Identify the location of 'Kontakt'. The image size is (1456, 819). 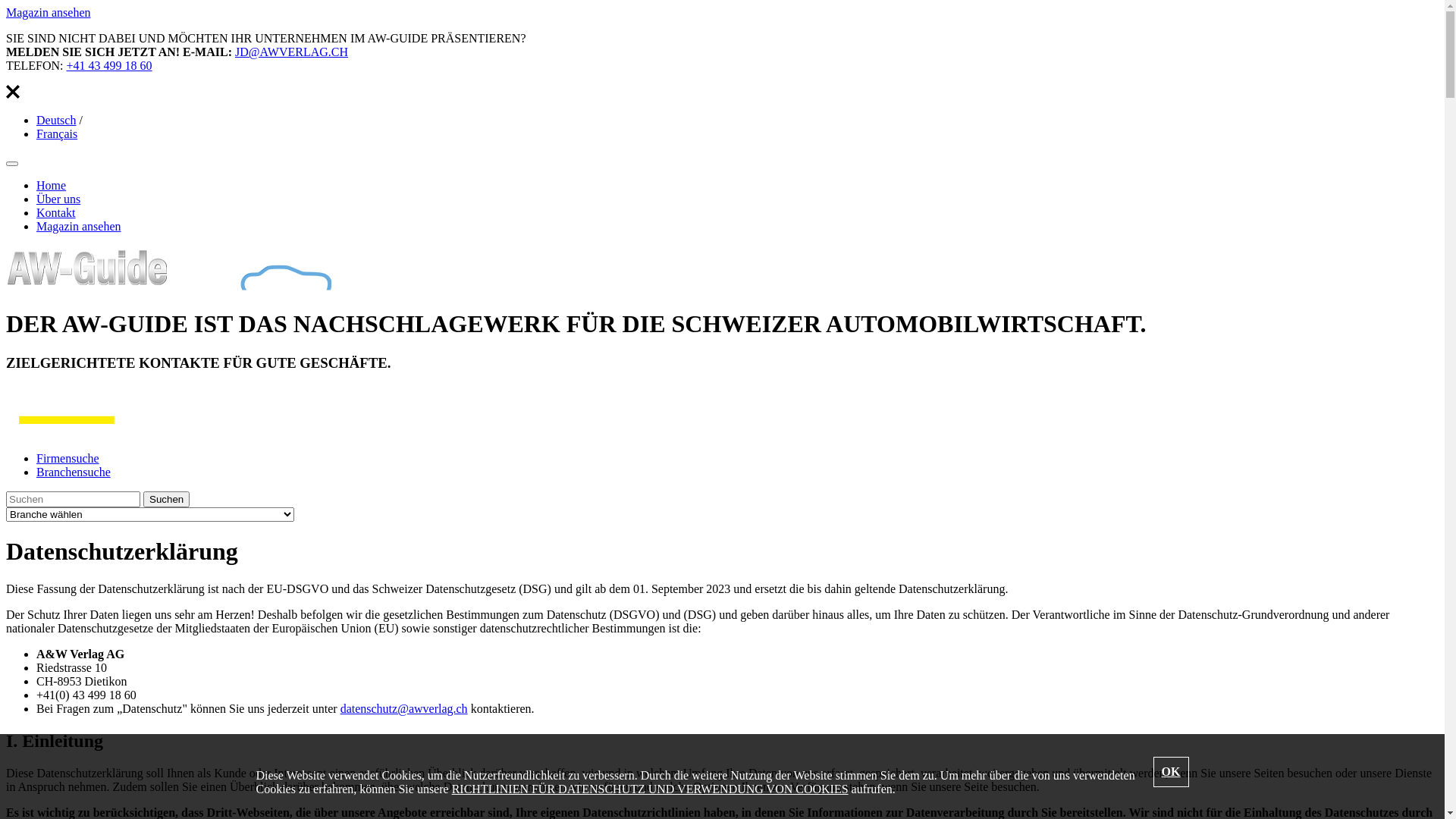
(55, 212).